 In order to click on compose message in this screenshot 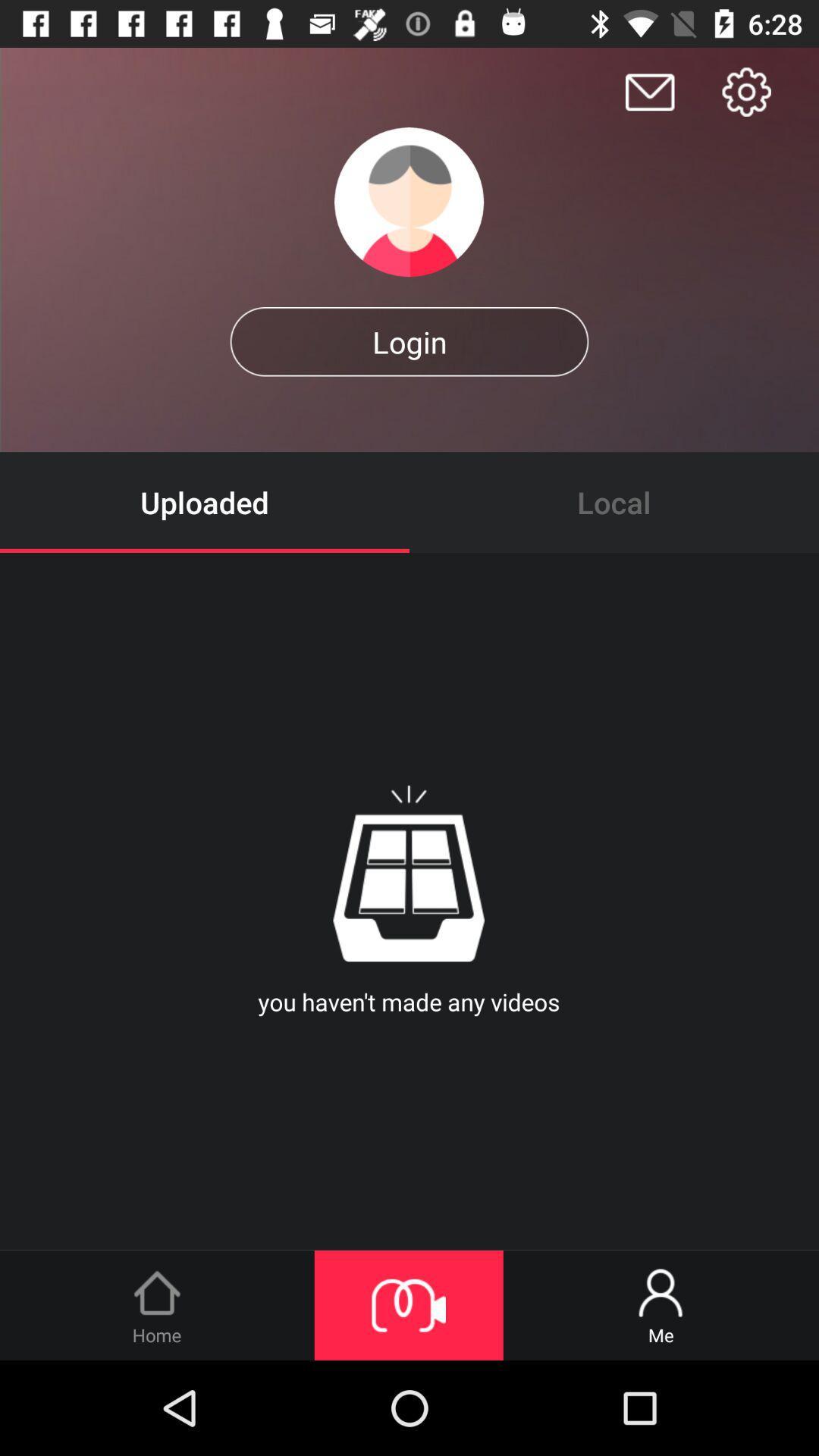, I will do `click(649, 91)`.